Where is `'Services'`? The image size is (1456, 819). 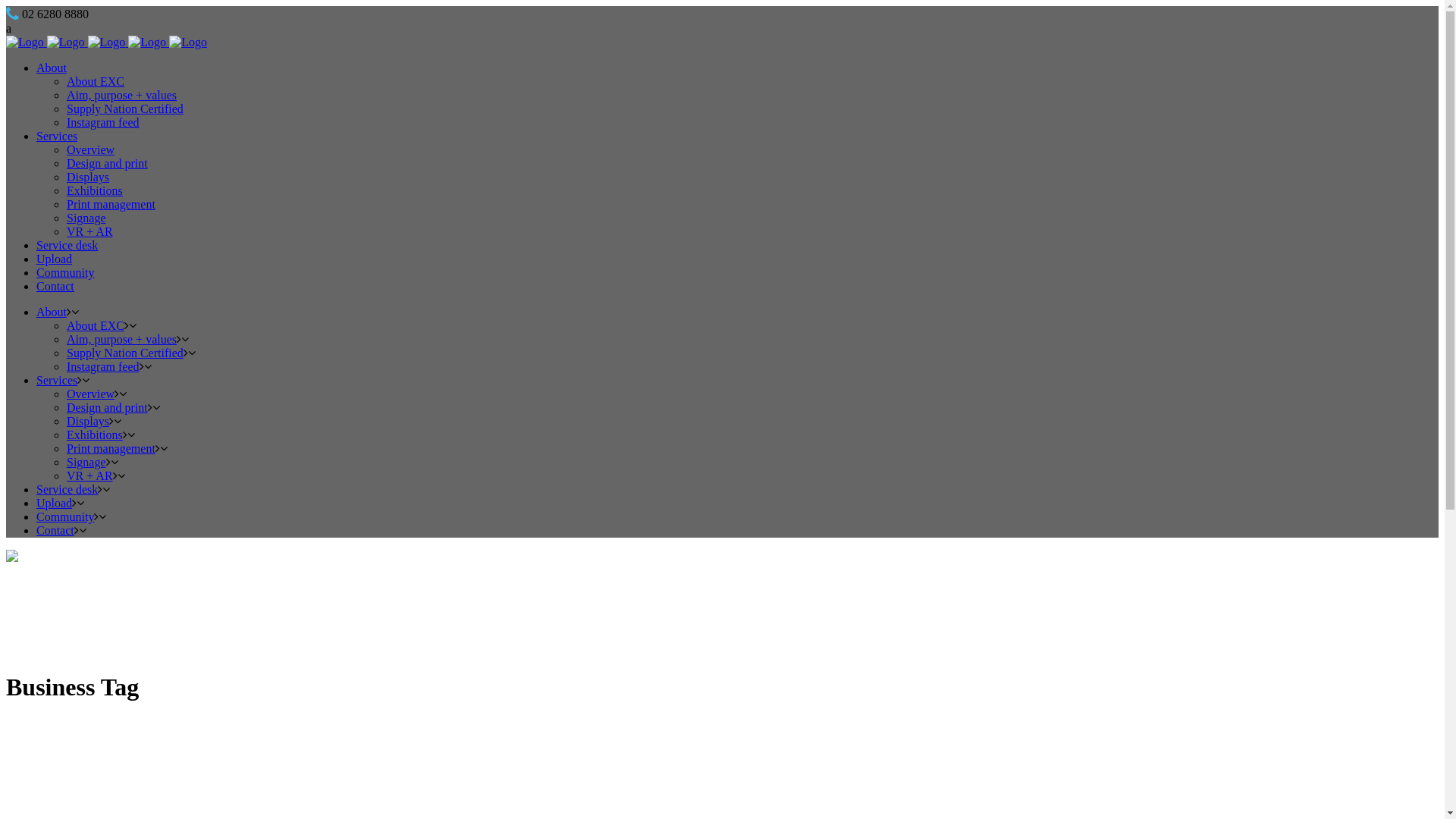
'Services' is located at coordinates (57, 379).